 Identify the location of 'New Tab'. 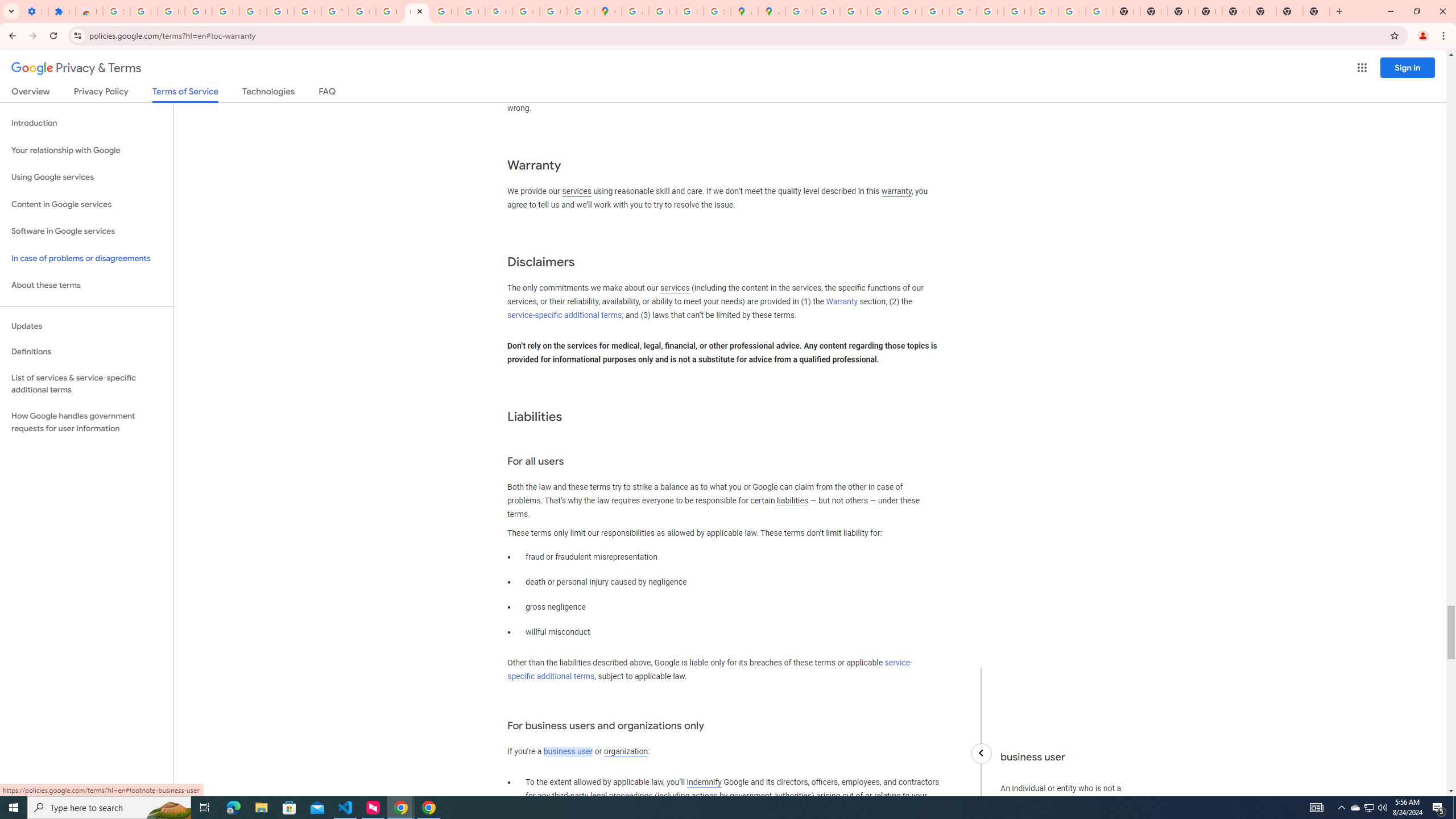
(1316, 11).